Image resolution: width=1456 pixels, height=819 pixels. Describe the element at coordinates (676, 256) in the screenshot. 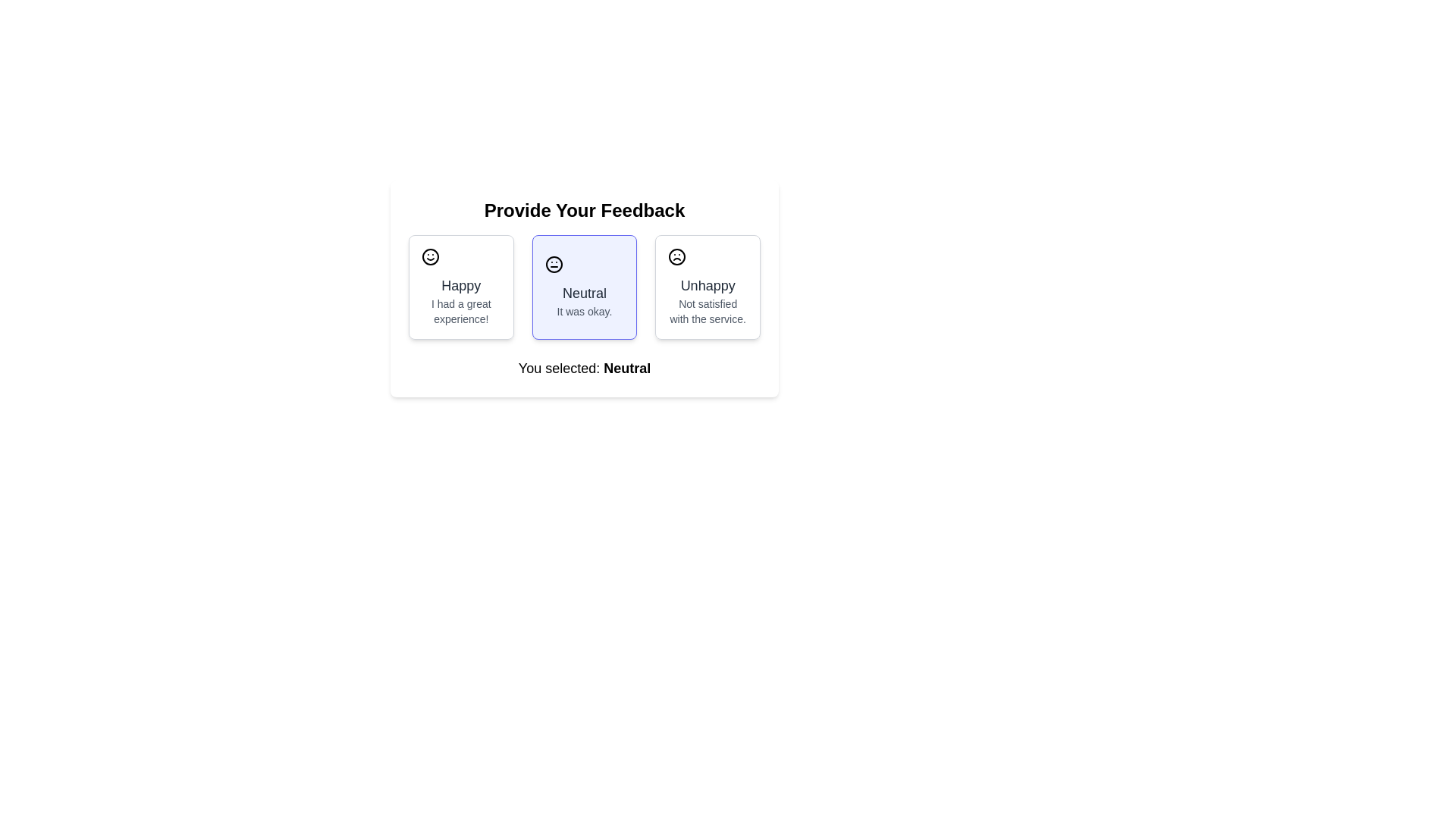

I see `the 'Unhappy' feedback option by clicking on the SVG circle element that represents the visual boundary of the frown icon` at that location.